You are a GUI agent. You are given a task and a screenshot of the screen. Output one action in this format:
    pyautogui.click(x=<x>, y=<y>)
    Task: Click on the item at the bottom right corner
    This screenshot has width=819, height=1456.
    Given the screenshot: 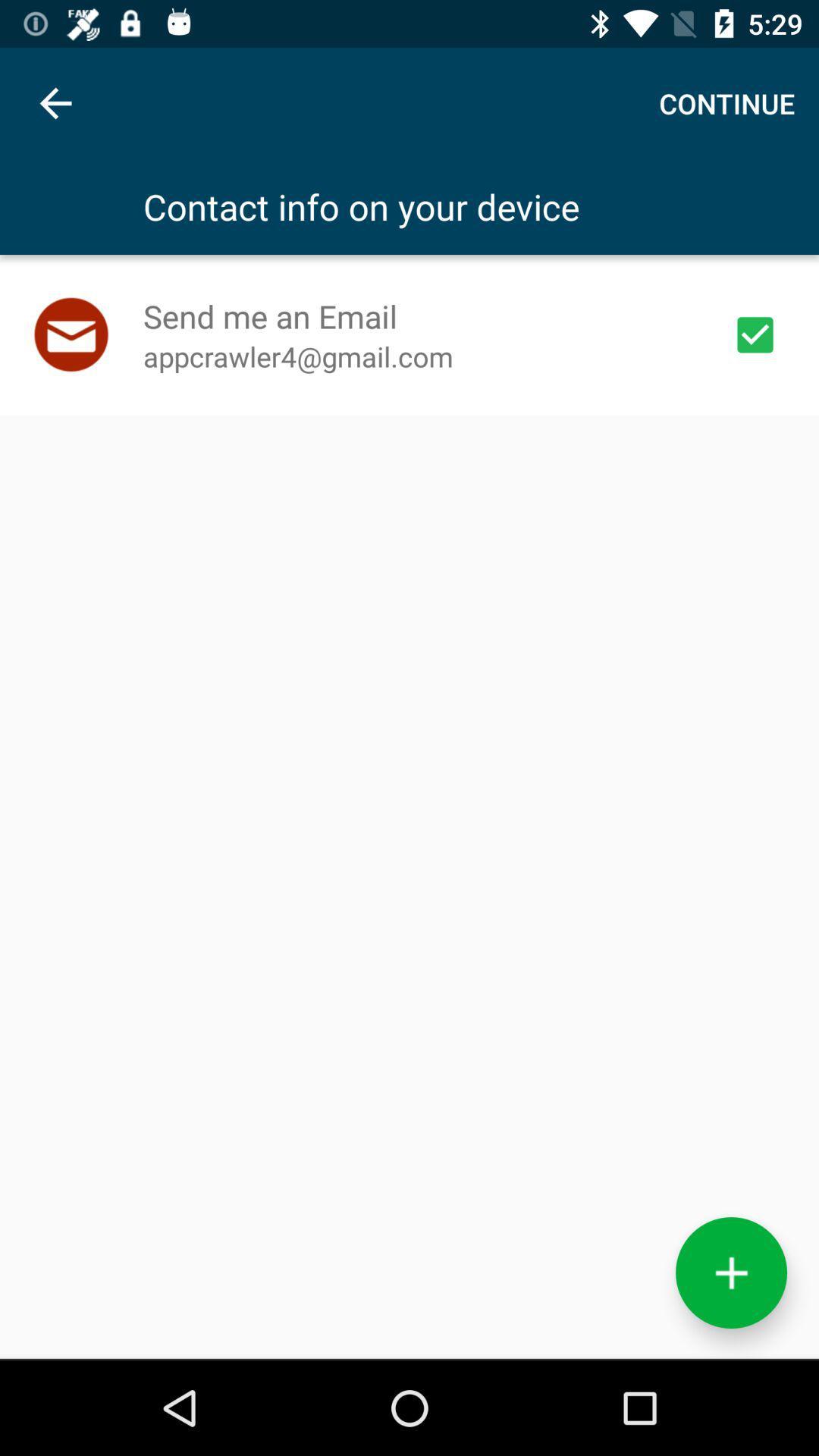 What is the action you would take?
    pyautogui.click(x=730, y=1272)
    